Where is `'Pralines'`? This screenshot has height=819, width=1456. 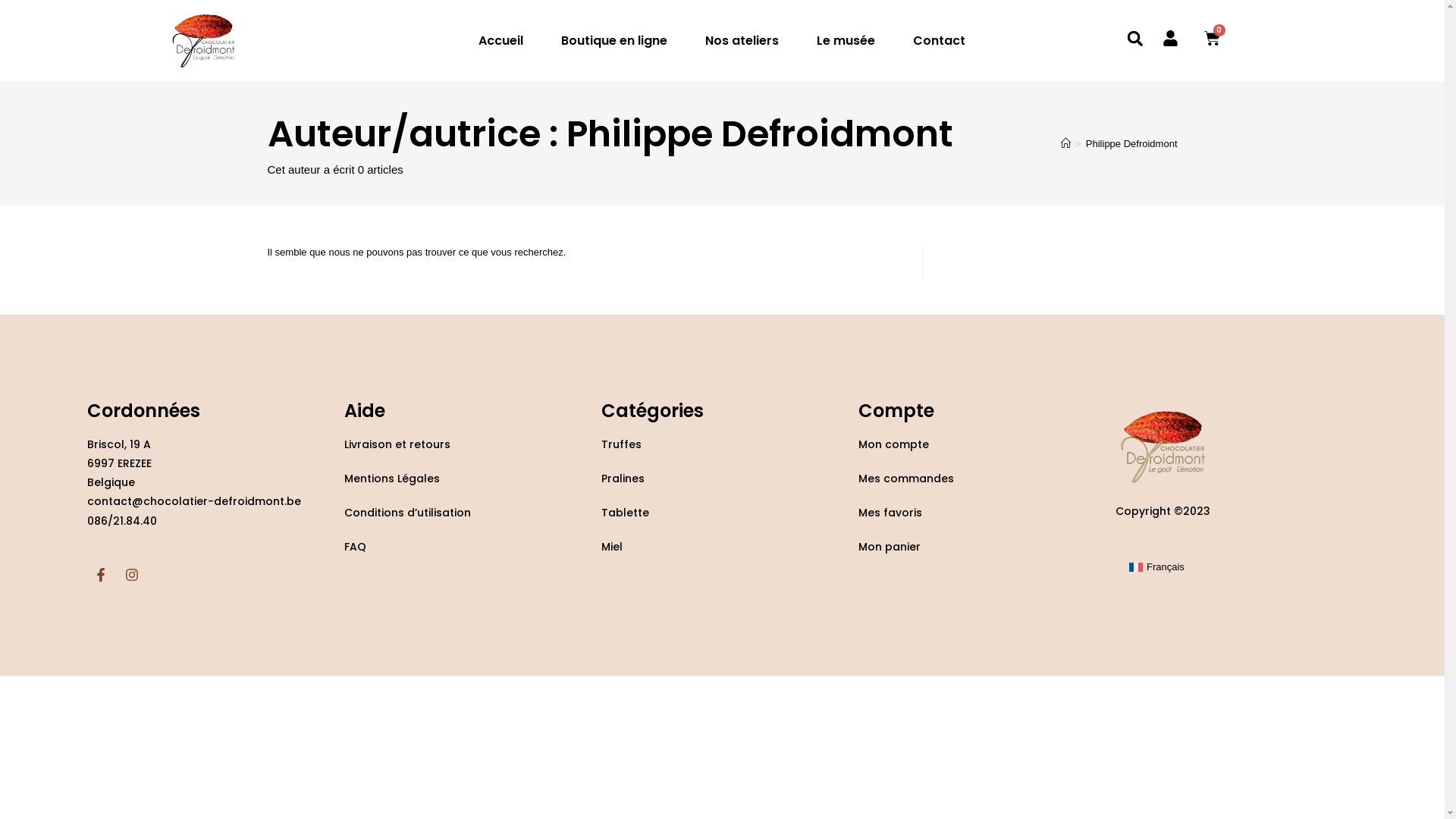
'Pralines' is located at coordinates (600, 479).